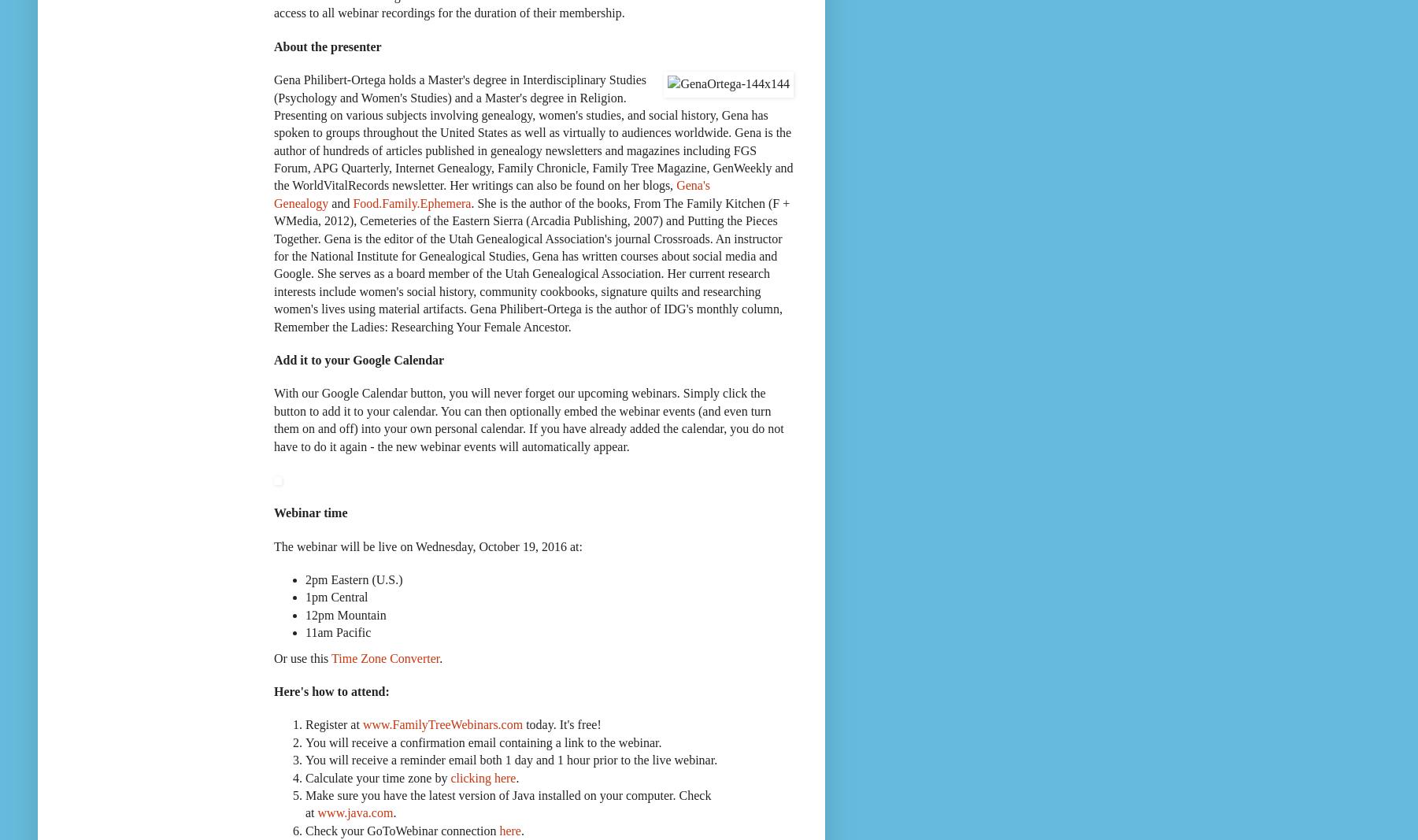 The width and height of the screenshot is (1418, 840). What do you see at coordinates (402, 830) in the screenshot?
I see `'Check your GoToWebinar connection'` at bounding box center [402, 830].